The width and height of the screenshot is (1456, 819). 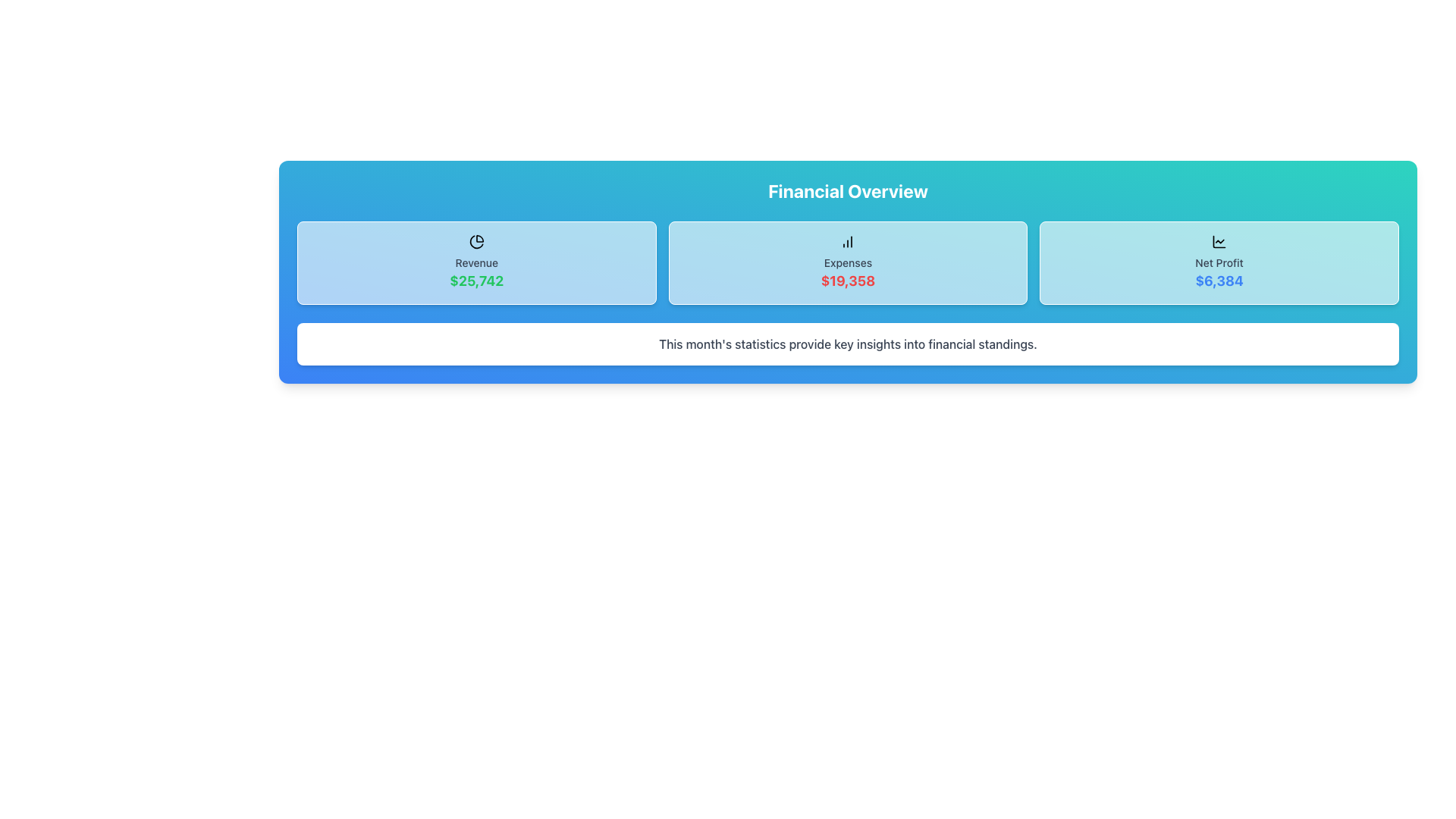 I want to click on the Text label located at the top-middle of the blue background card that provides context for the associated monetary value '$19,358', so click(x=847, y=262).